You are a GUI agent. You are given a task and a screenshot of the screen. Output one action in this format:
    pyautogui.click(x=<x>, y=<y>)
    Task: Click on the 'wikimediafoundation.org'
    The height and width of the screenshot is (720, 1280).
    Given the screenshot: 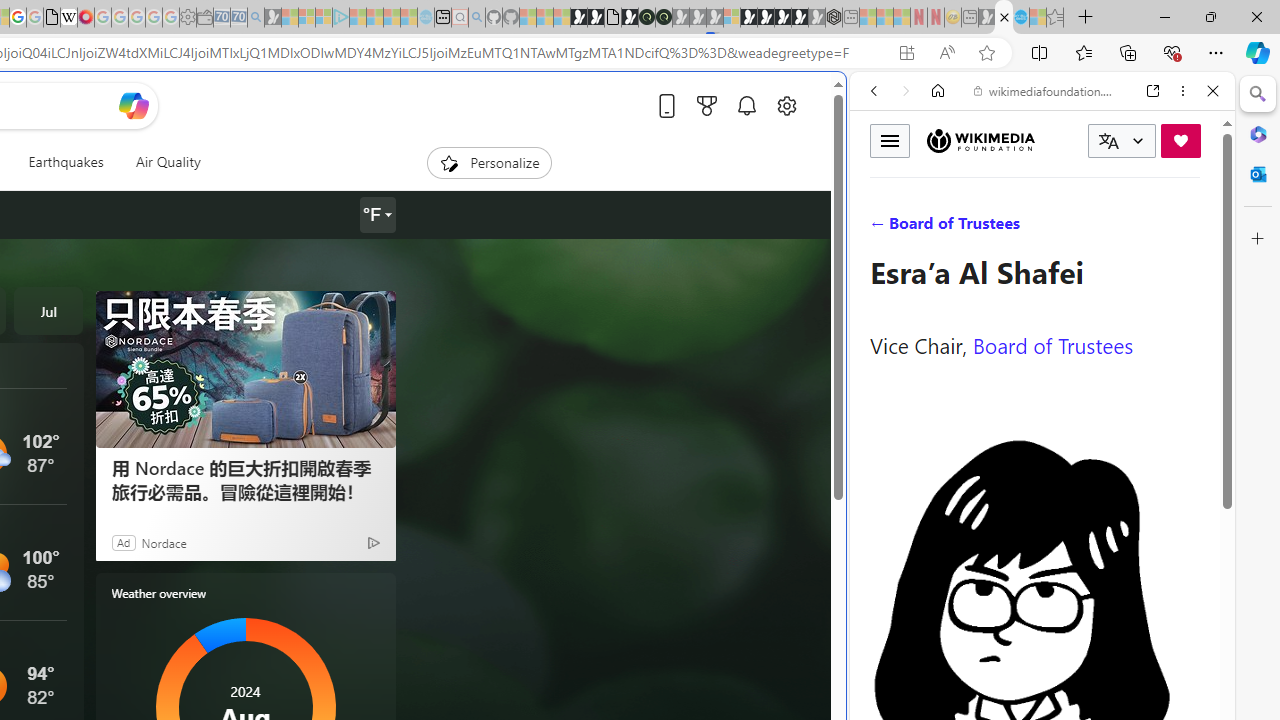 What is the action you would take?
    pyautogui.click(x=1045, y=91)
    